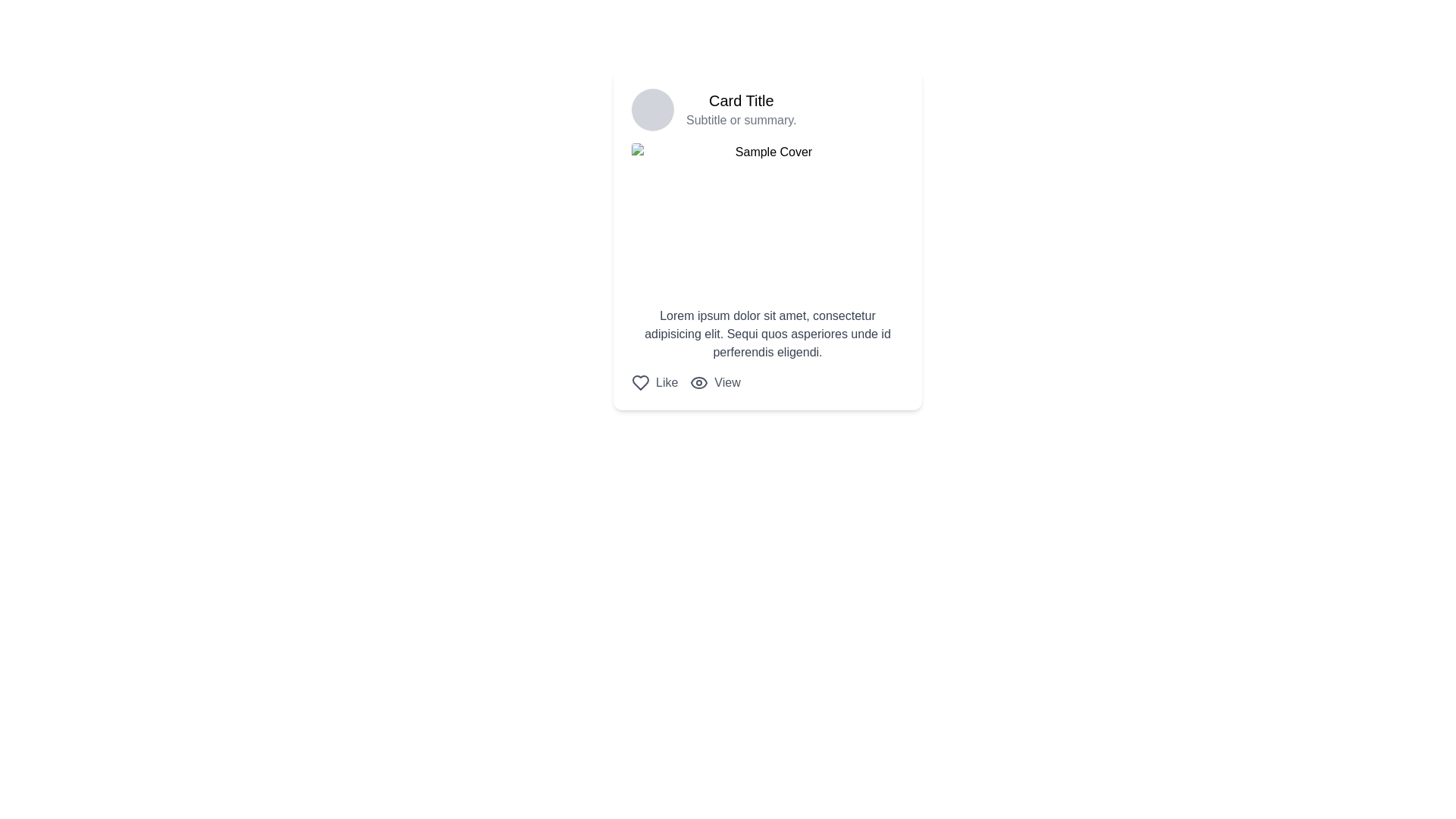 The width and height of the screenshot is (1456, 819). What do you see at coordinates (654, 382) in the screenshot?
I see `the 'Like' button, which is the first button in a row and positioned to the right of a heart-shaped icon` at bounding box center [654, 382].